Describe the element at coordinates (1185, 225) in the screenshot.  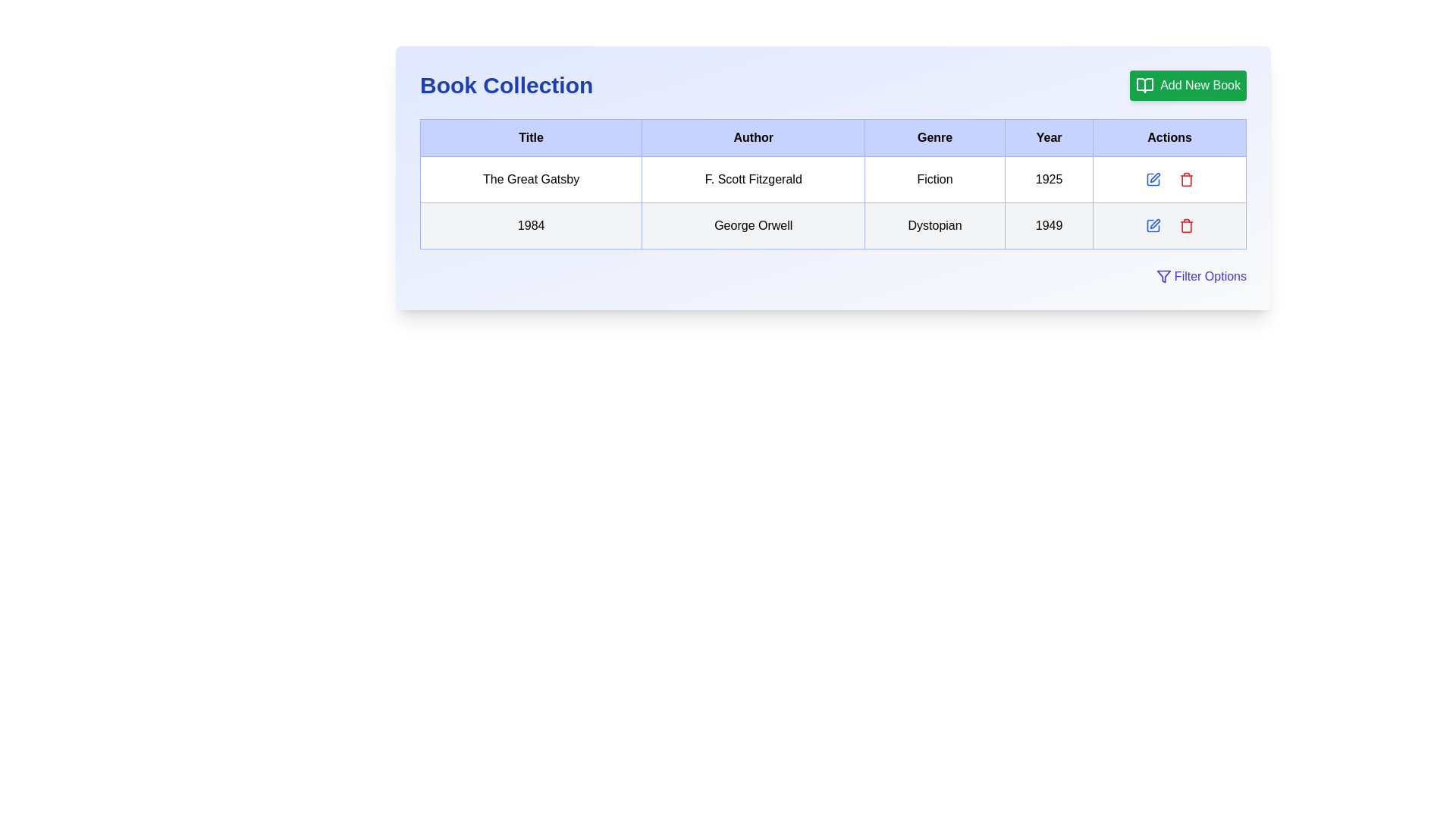
I see `the delete icon button located in the action column of the second row in the data table` at that location.